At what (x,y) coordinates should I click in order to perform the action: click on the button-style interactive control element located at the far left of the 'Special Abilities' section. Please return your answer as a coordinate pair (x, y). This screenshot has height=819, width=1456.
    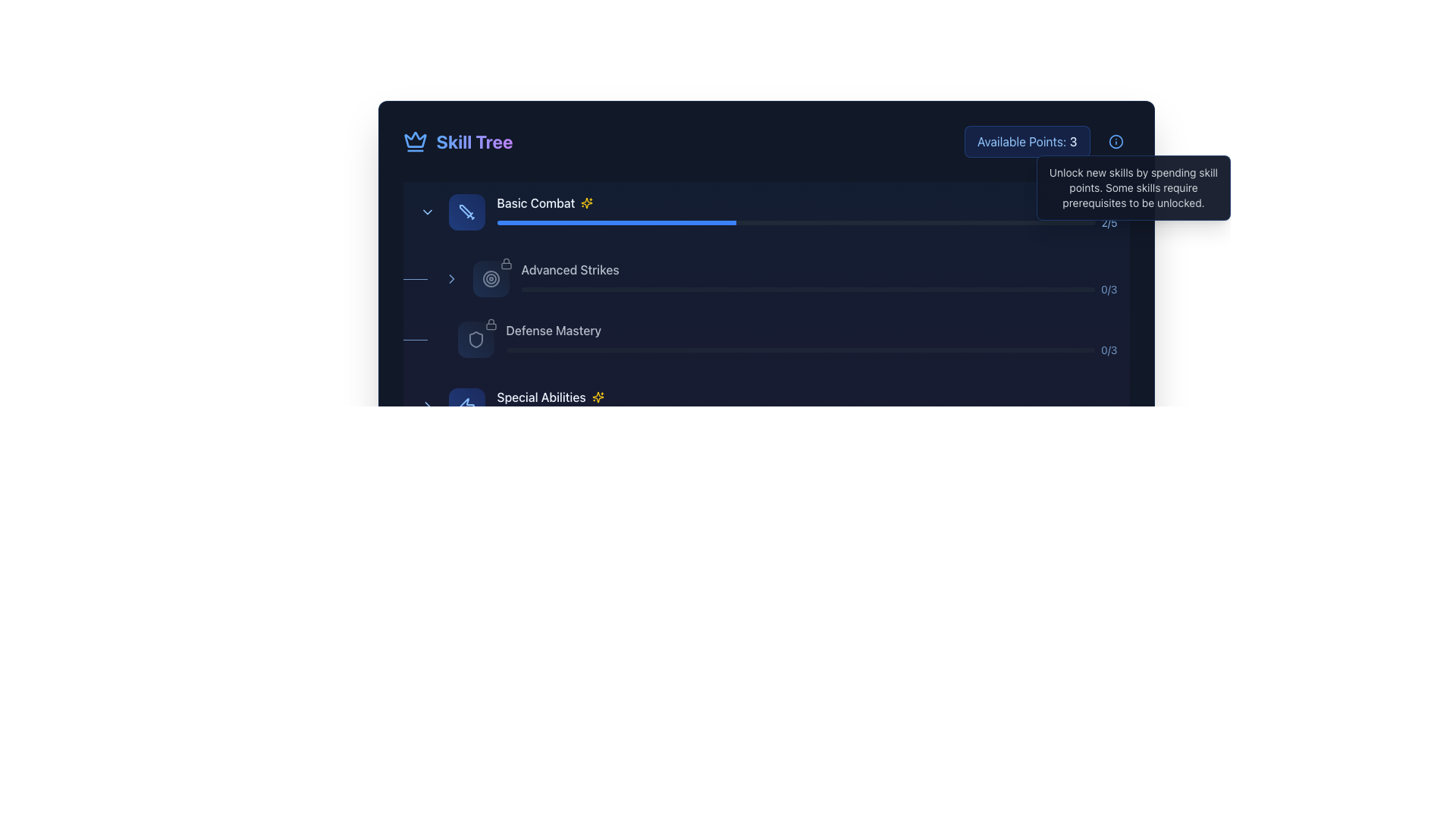
    Looking at the image, I should click on (426, 406).